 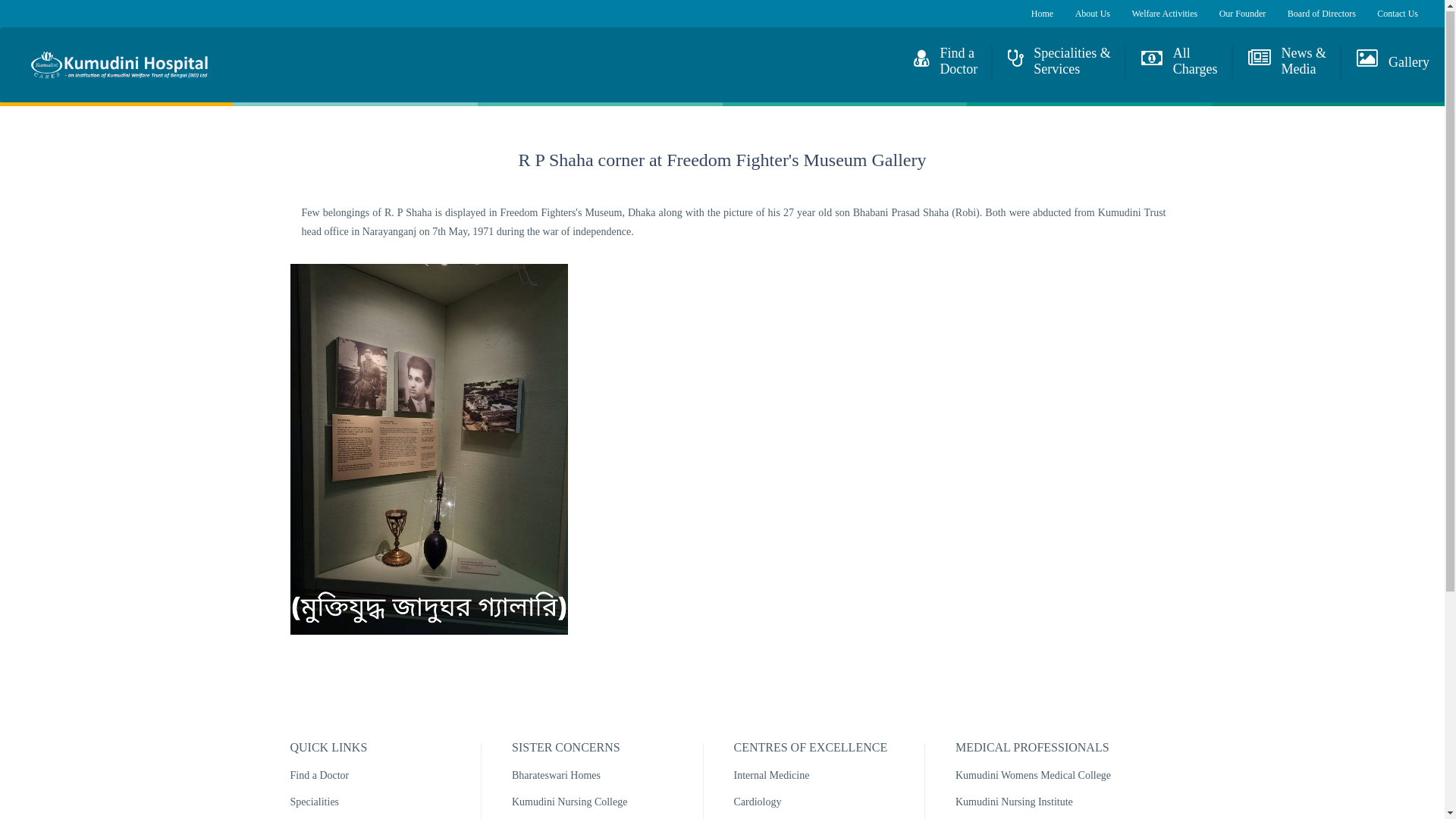 What do you see at coordinates (1320, 14) in the screenshot?
I see `'Board of Directors'` at bounding box center [1320, 14].